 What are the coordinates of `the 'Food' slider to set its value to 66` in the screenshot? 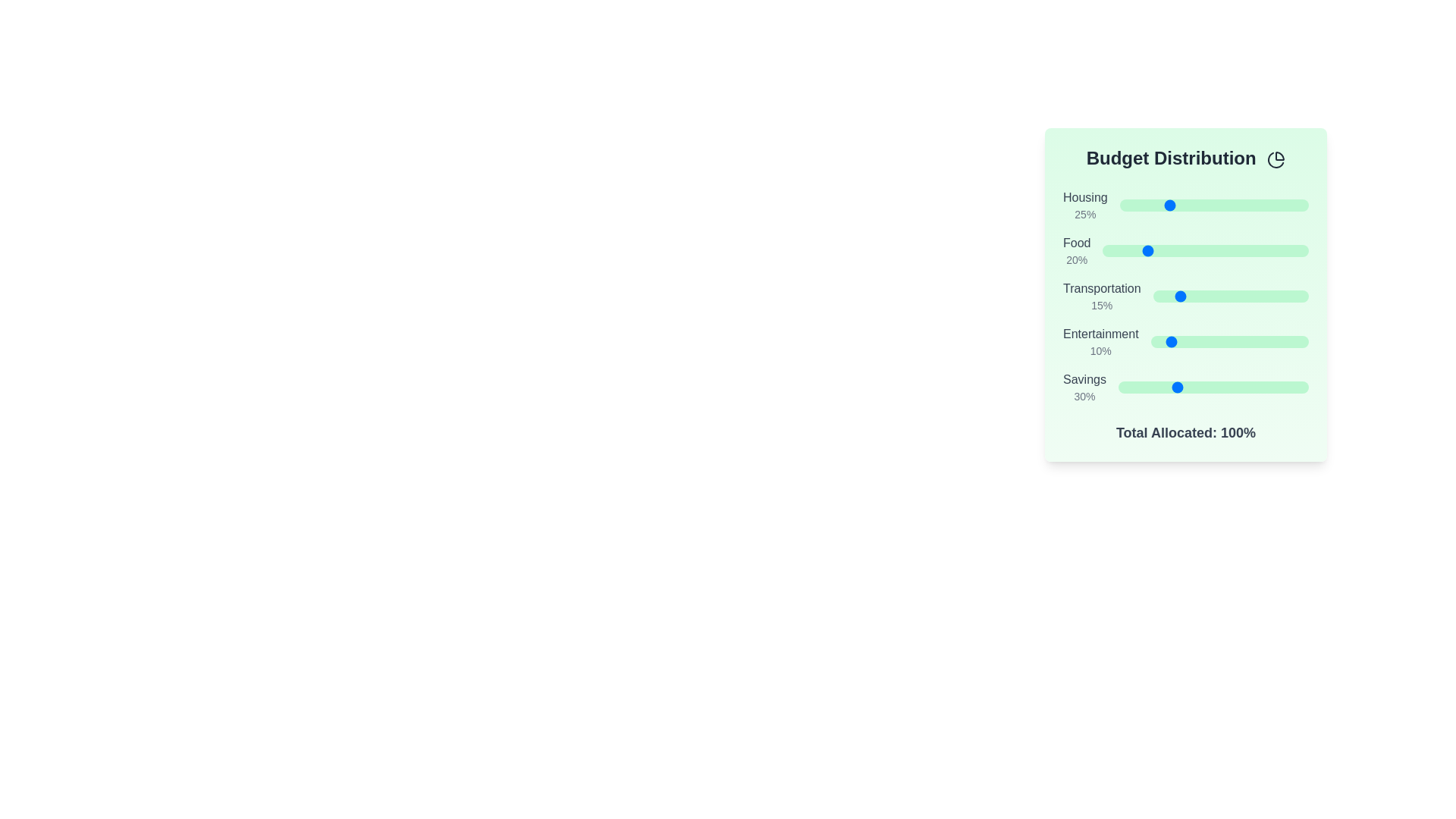 It's located at (1238, 250).